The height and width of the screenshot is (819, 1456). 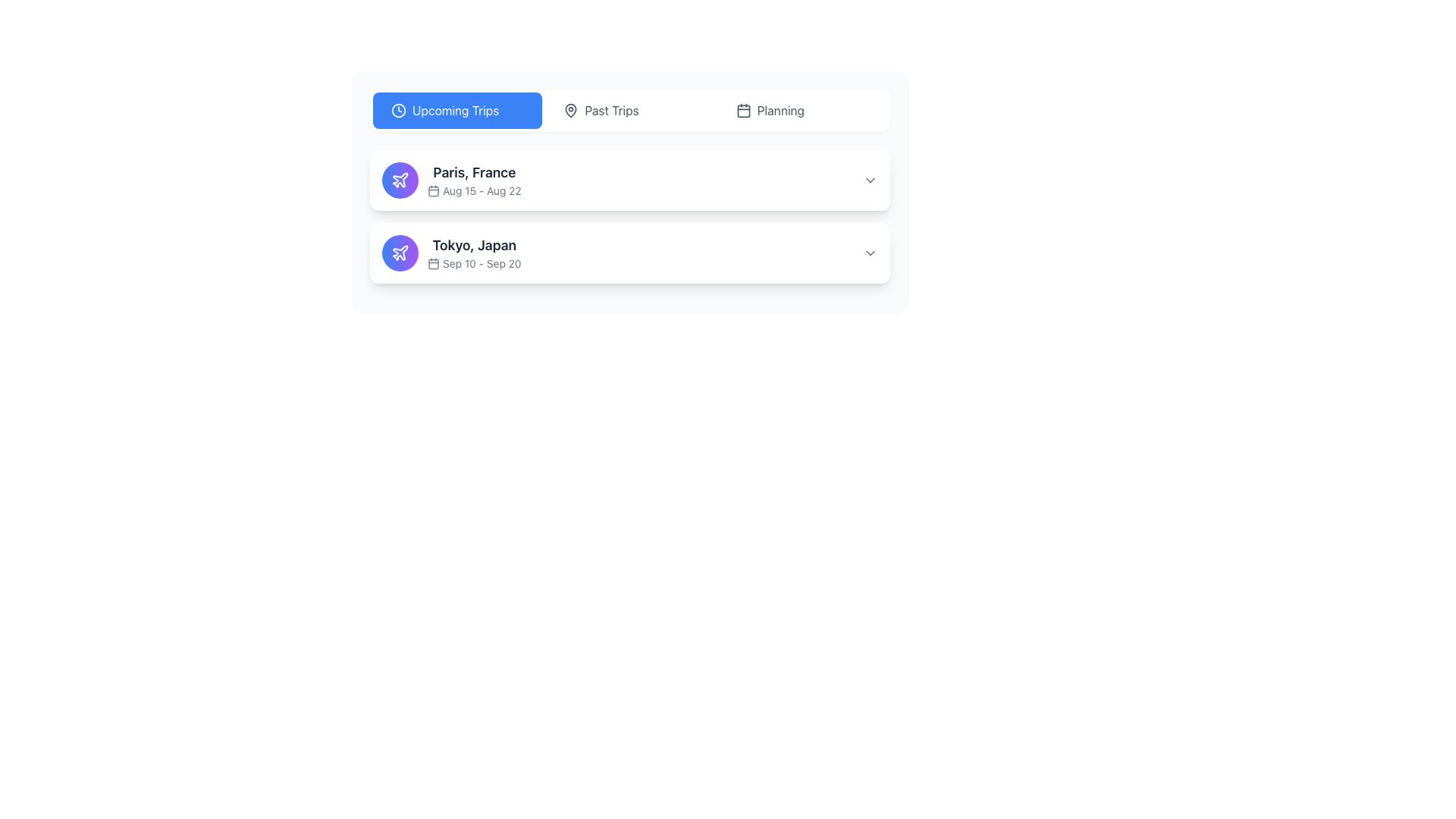 I want to click on the informational component displaying the trip details for 'Paris, France' scheduled from 'Aug 15 - Aug 22', located, so click(x=473, y=180).